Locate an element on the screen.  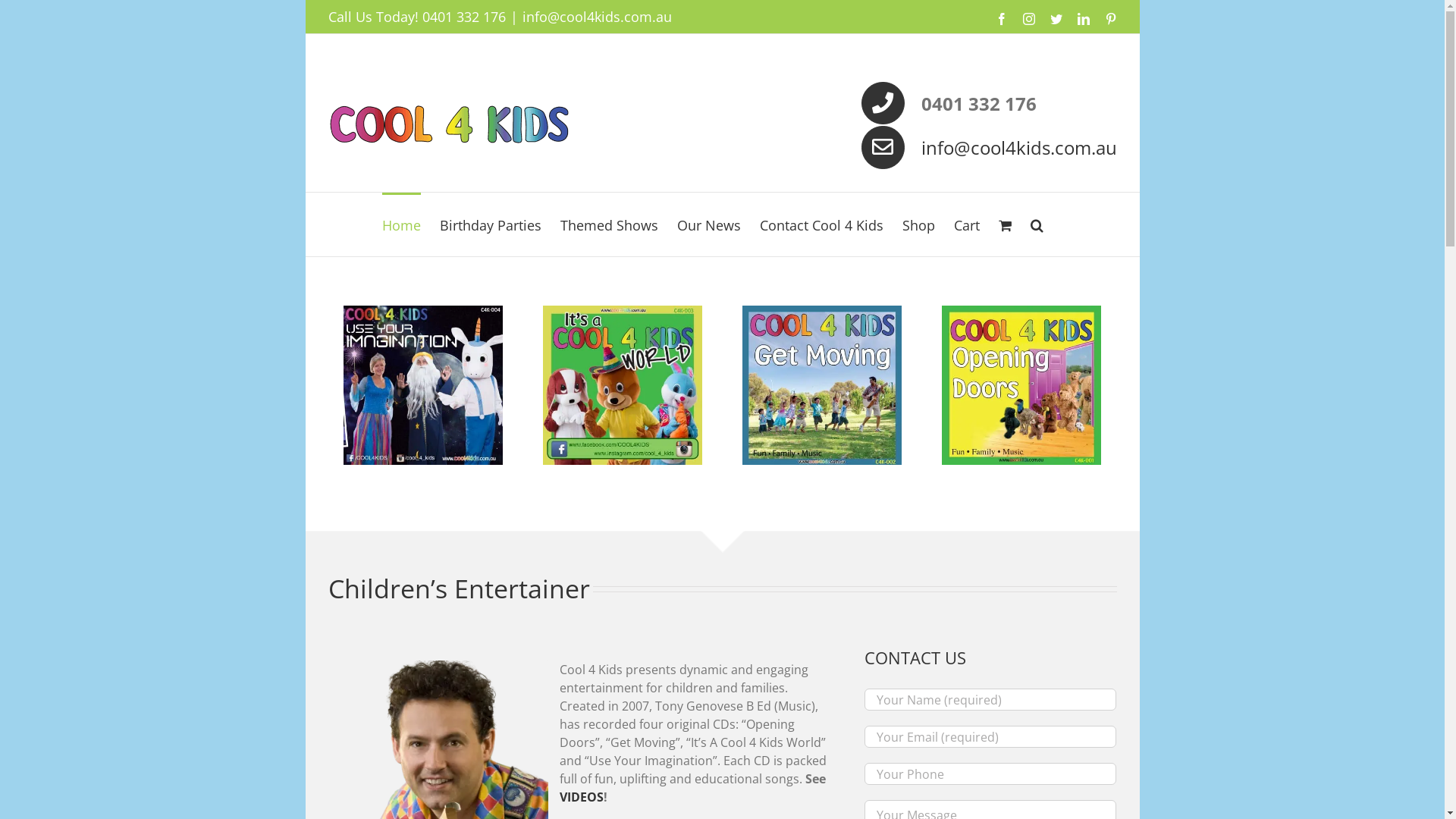
'LinkedIn' is located at coordinates (1082, 18).